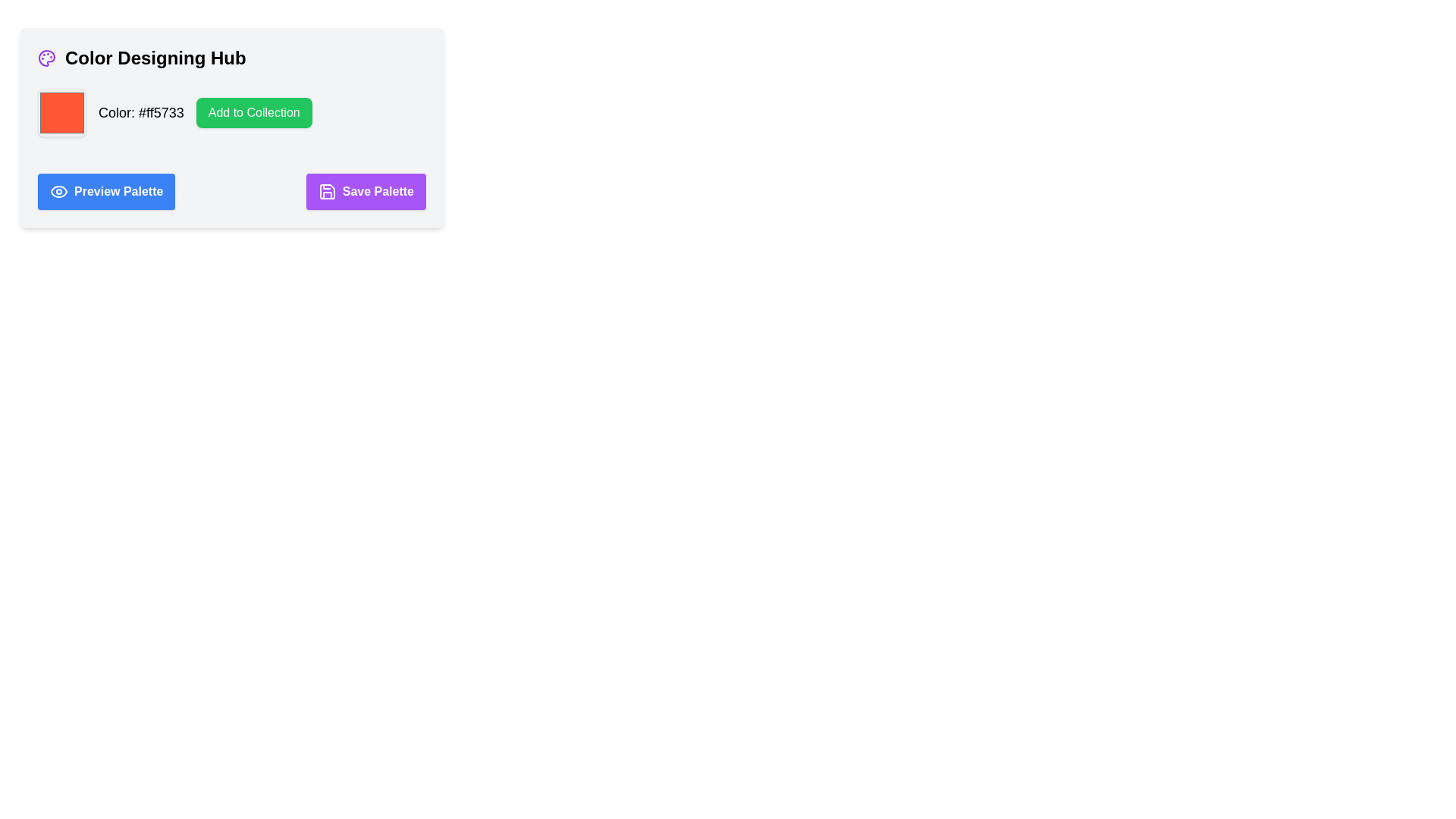  I want to click on the reddish-orange color swatch (Color Picker) represented as a 16x16 pixel square with rounded corners and a shadow, located in the Color Designing Hub section, so click(61, 112).